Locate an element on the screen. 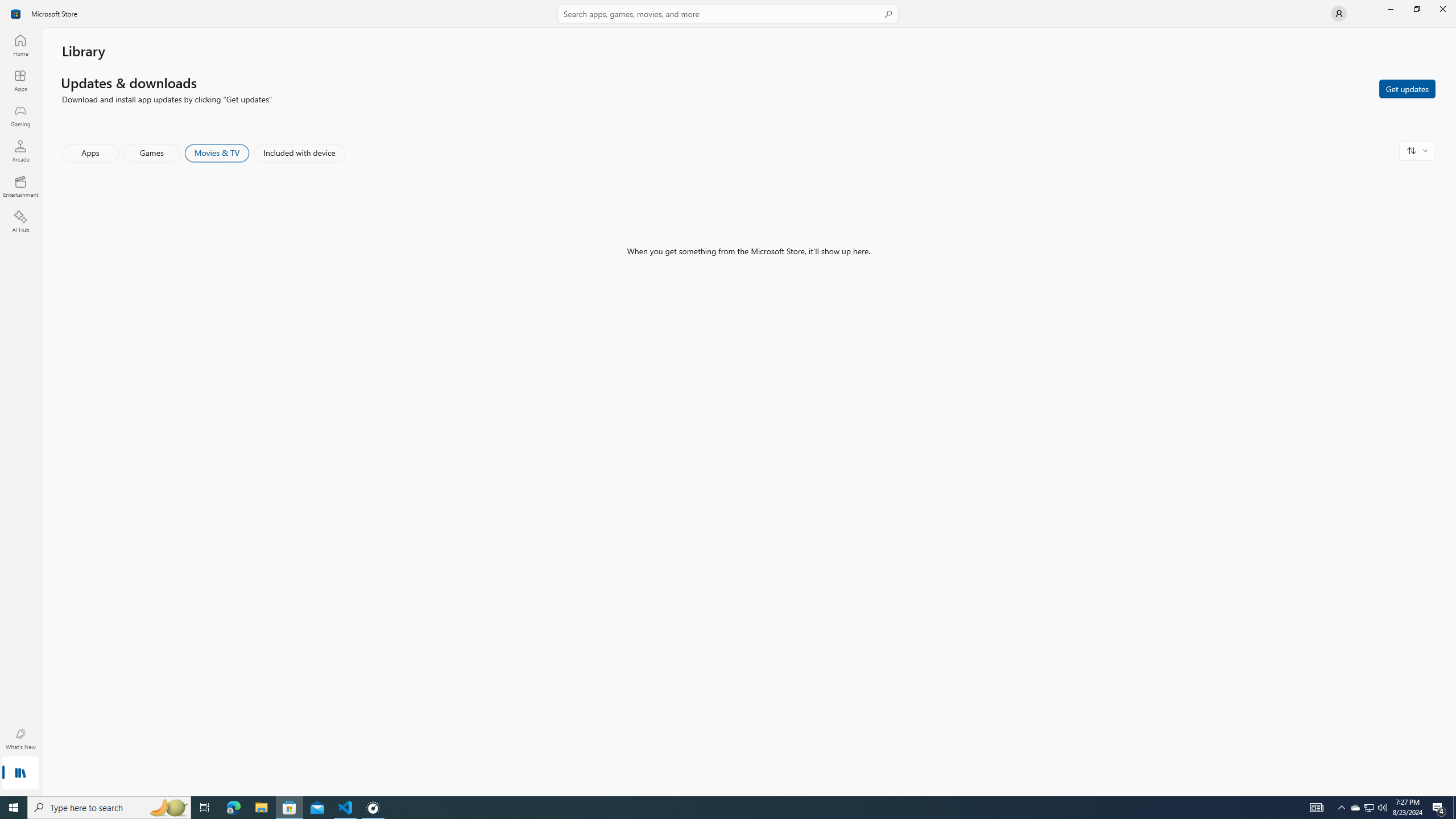 Image resolution: width=1456 pixels, height=819 pixels. 'Search' is located at coordinates (728, 13).